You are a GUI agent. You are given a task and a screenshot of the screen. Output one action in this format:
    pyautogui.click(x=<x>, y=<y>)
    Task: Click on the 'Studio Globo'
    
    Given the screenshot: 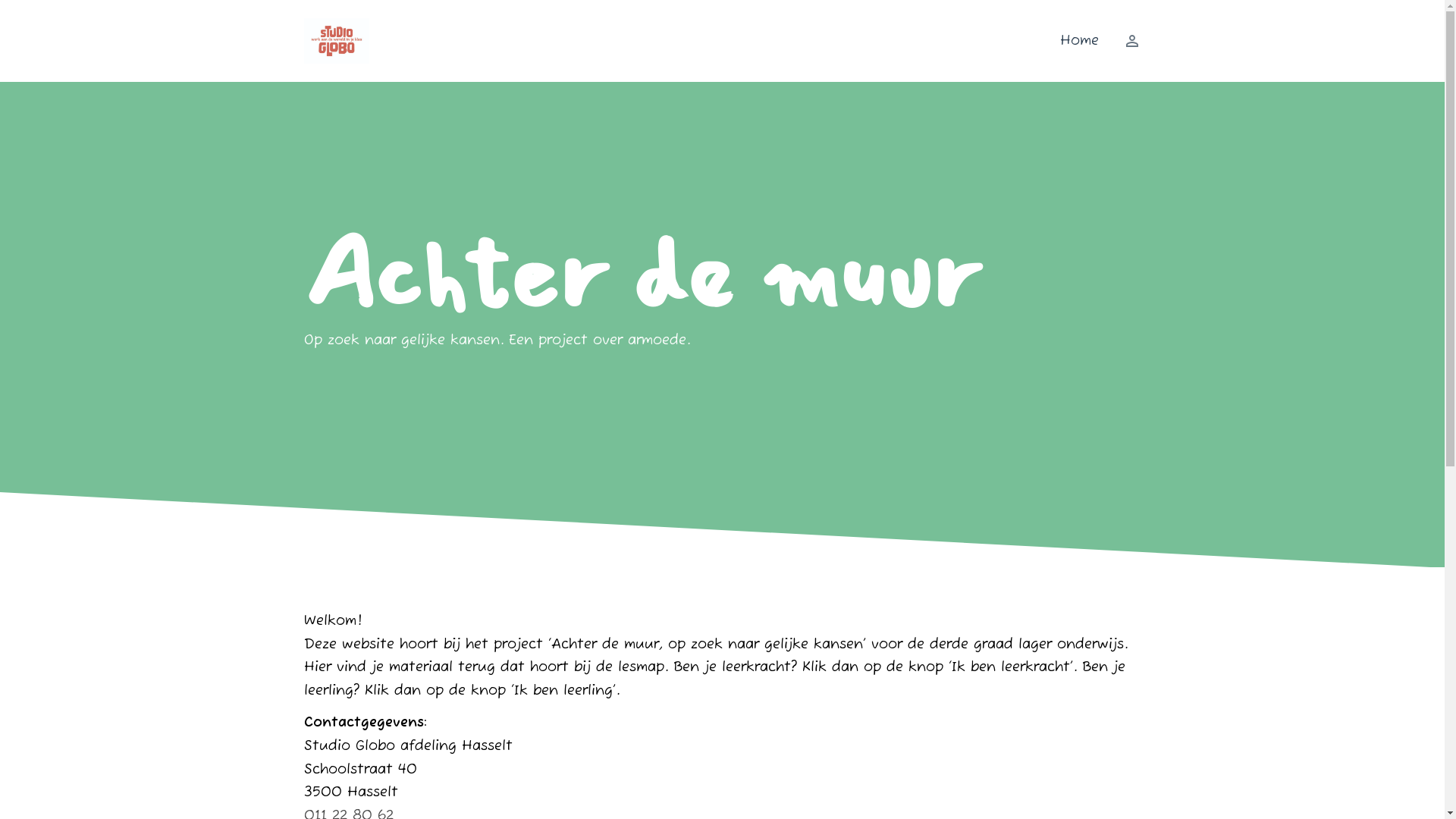 What is the action you would take?
    pyautogui.click(x=335, y=40)
    